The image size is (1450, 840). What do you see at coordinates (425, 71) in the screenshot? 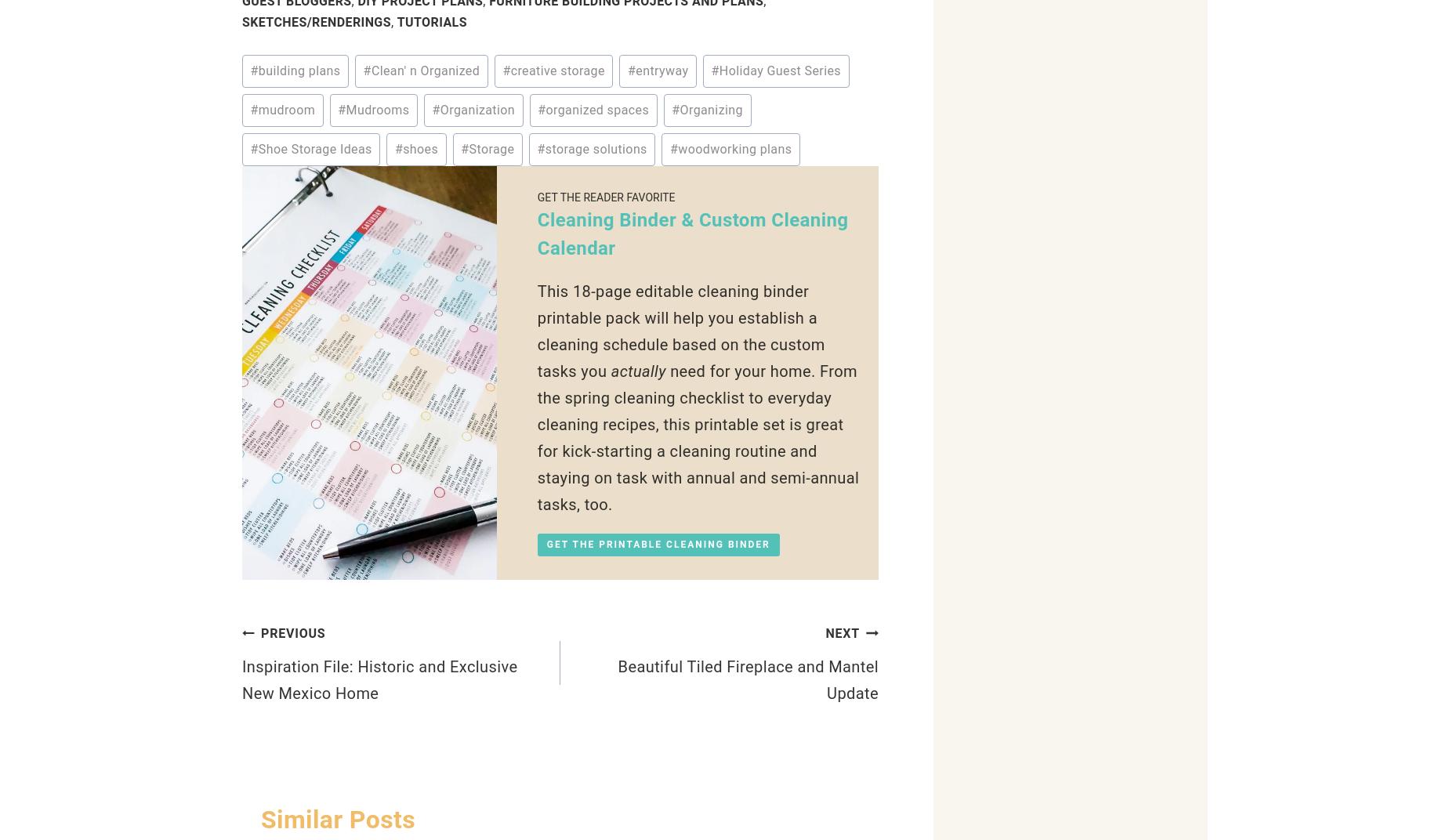
I see `'Clean' n Organized'` at bounding box center [425, 71].